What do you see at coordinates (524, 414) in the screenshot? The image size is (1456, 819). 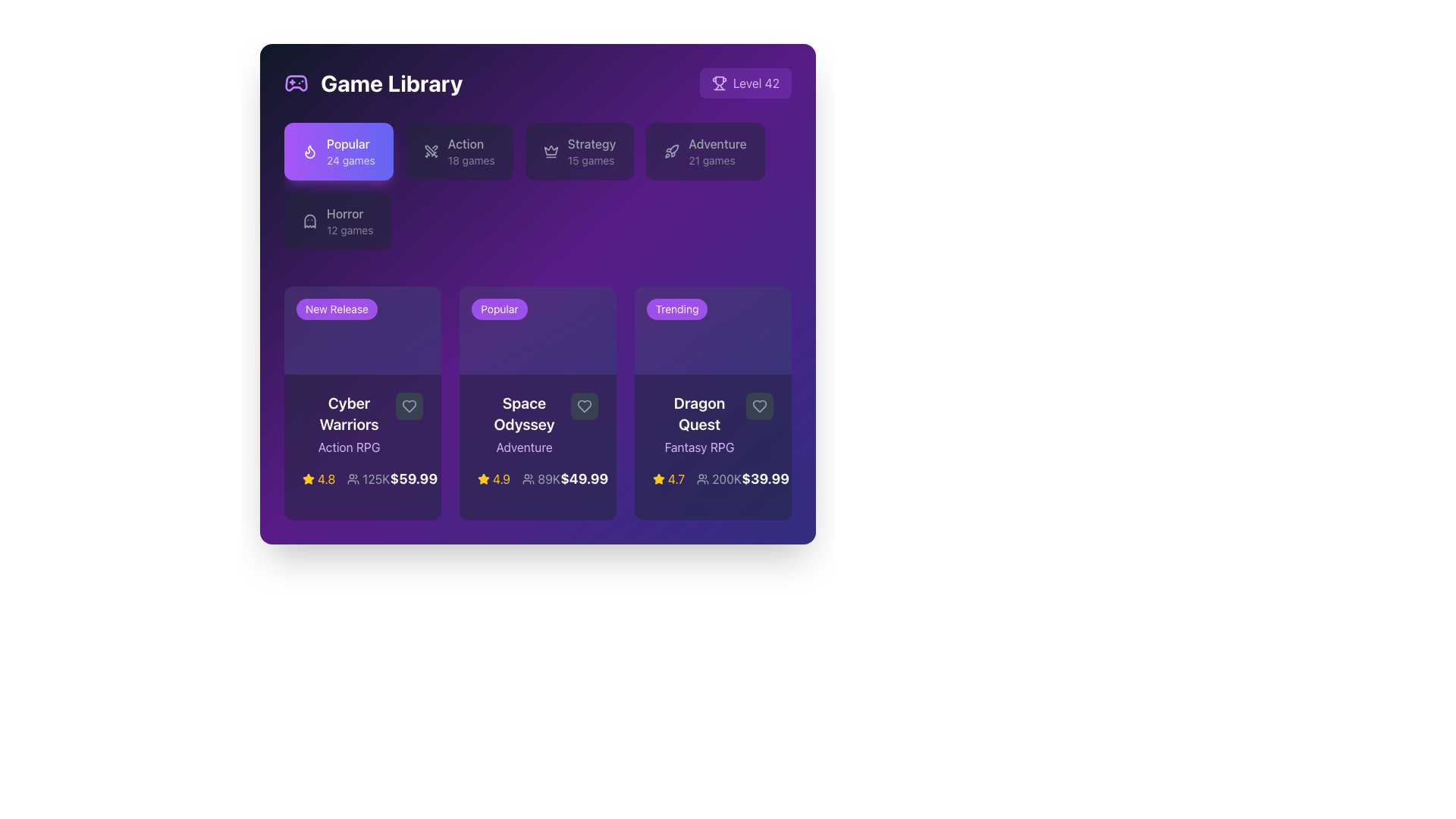 I see `the 'Space Odyssey' text label, which is displayed in a bold white font on a purple background, centrally aligned above the 'Adventure' label in the 'Game Library' section` at bounding box center [524, 414].